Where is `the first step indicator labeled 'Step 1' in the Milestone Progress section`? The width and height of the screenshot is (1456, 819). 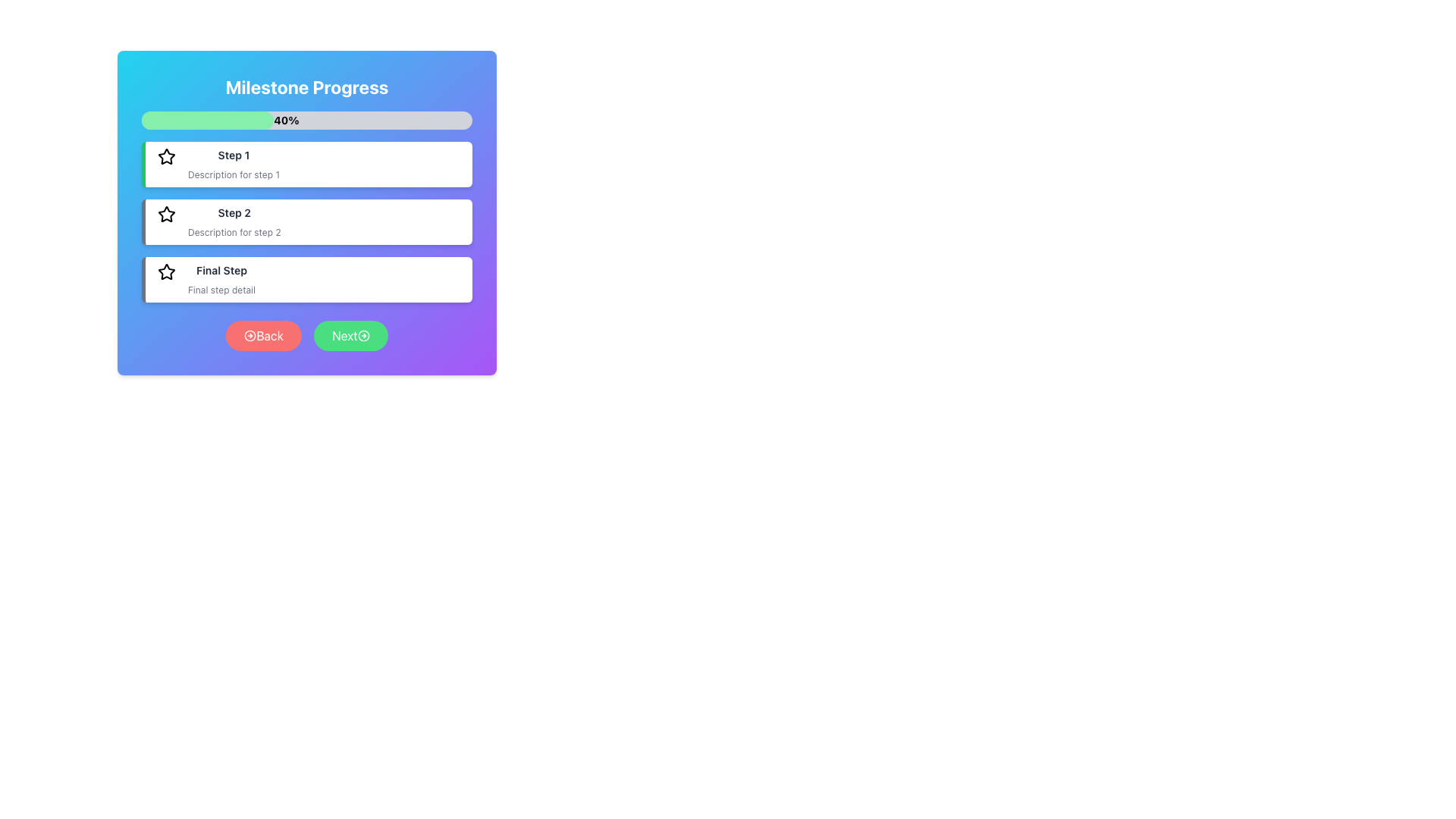 the first step indicator labeled 'Step 1' in the Milestone Progress section is located at coordinates (306, 164).